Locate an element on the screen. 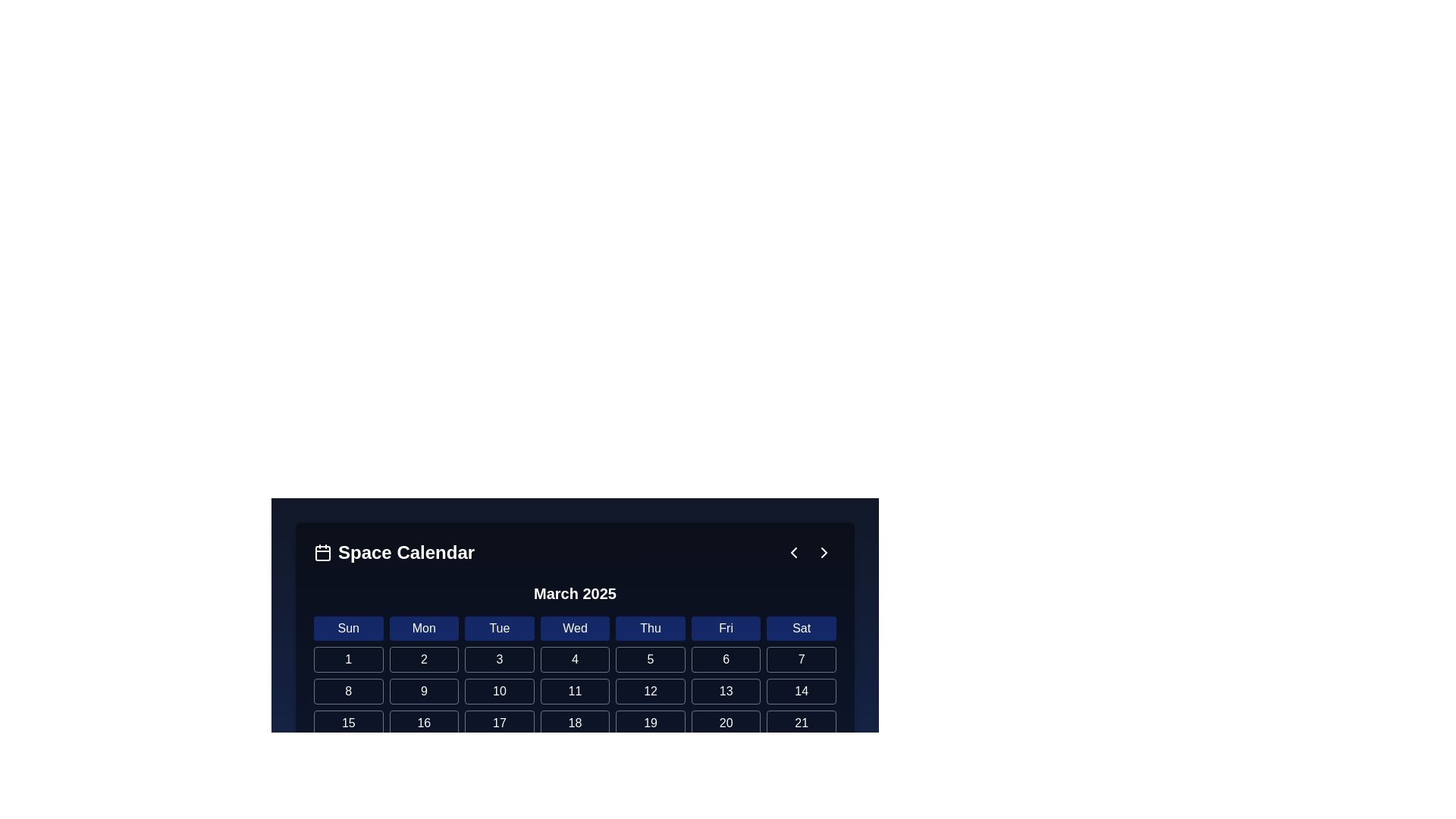 The width and height of the screenshot is (1456, 819). the navigation button located in the top-right corner of the calendar interface to advance to the next month is located at coordinates (823, 553).